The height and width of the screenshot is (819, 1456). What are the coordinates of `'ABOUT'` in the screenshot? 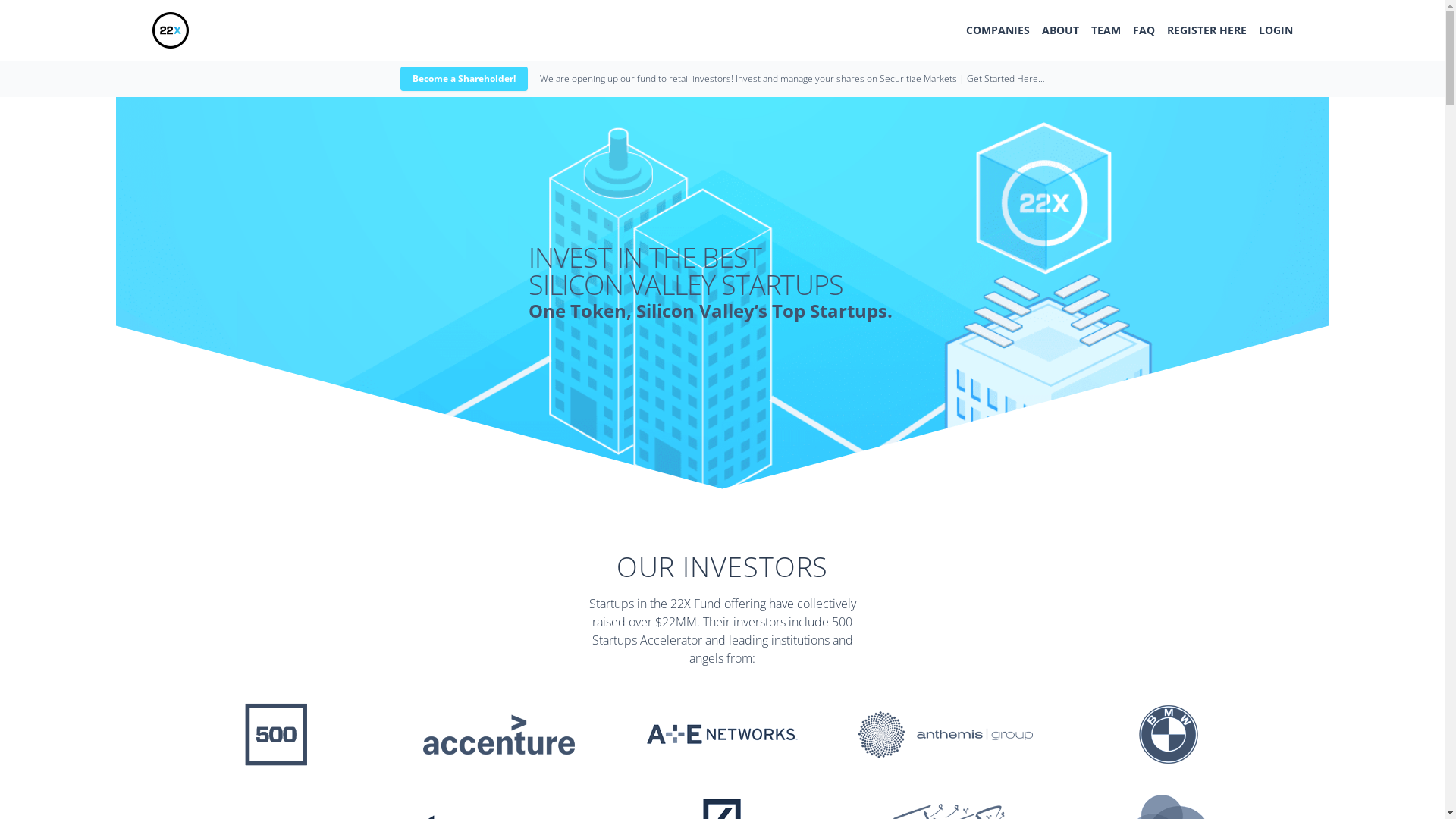 It's located at (1059, 30).